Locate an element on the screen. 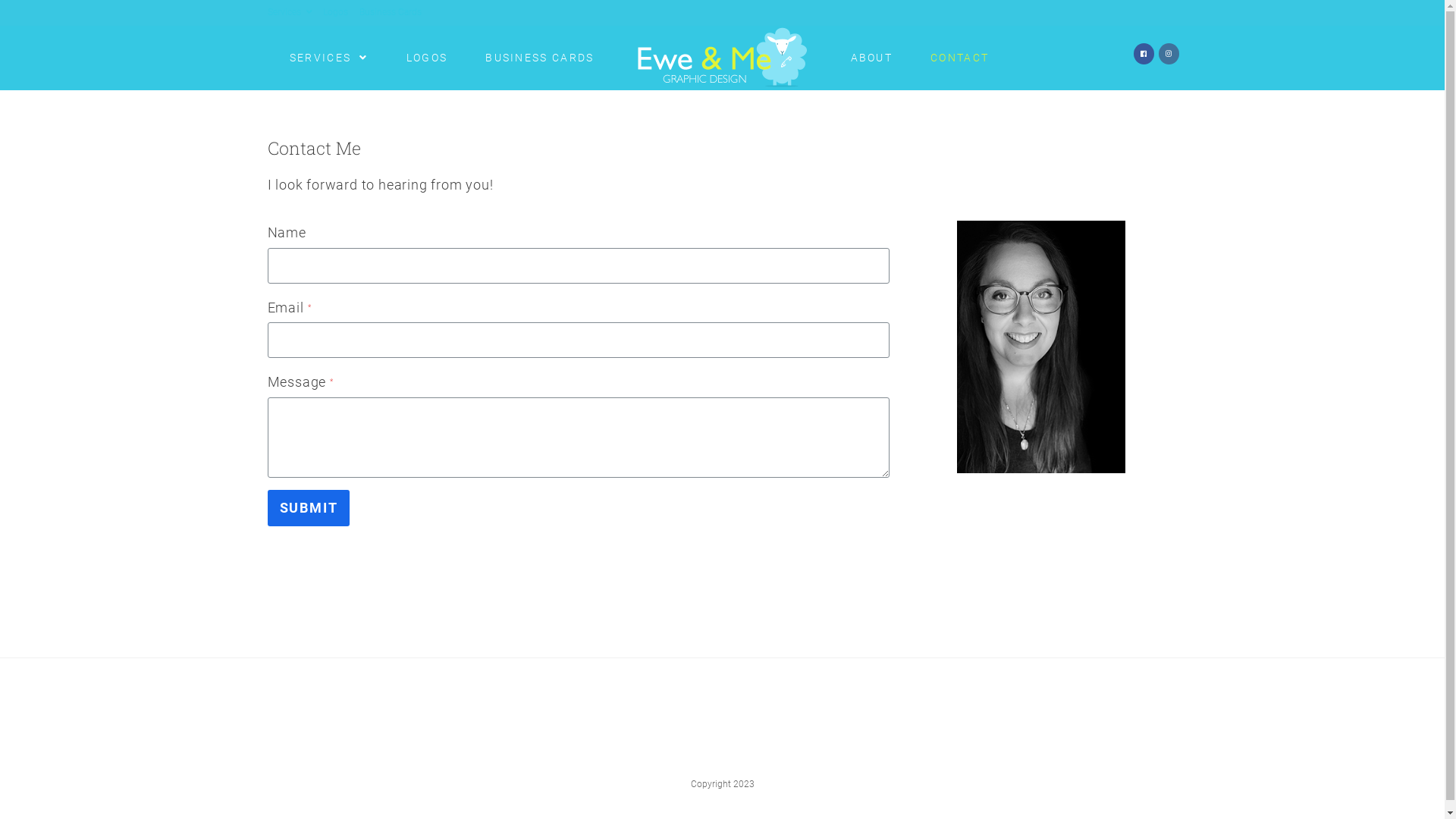  'LOGOS' is located at coordinates (426, 57).